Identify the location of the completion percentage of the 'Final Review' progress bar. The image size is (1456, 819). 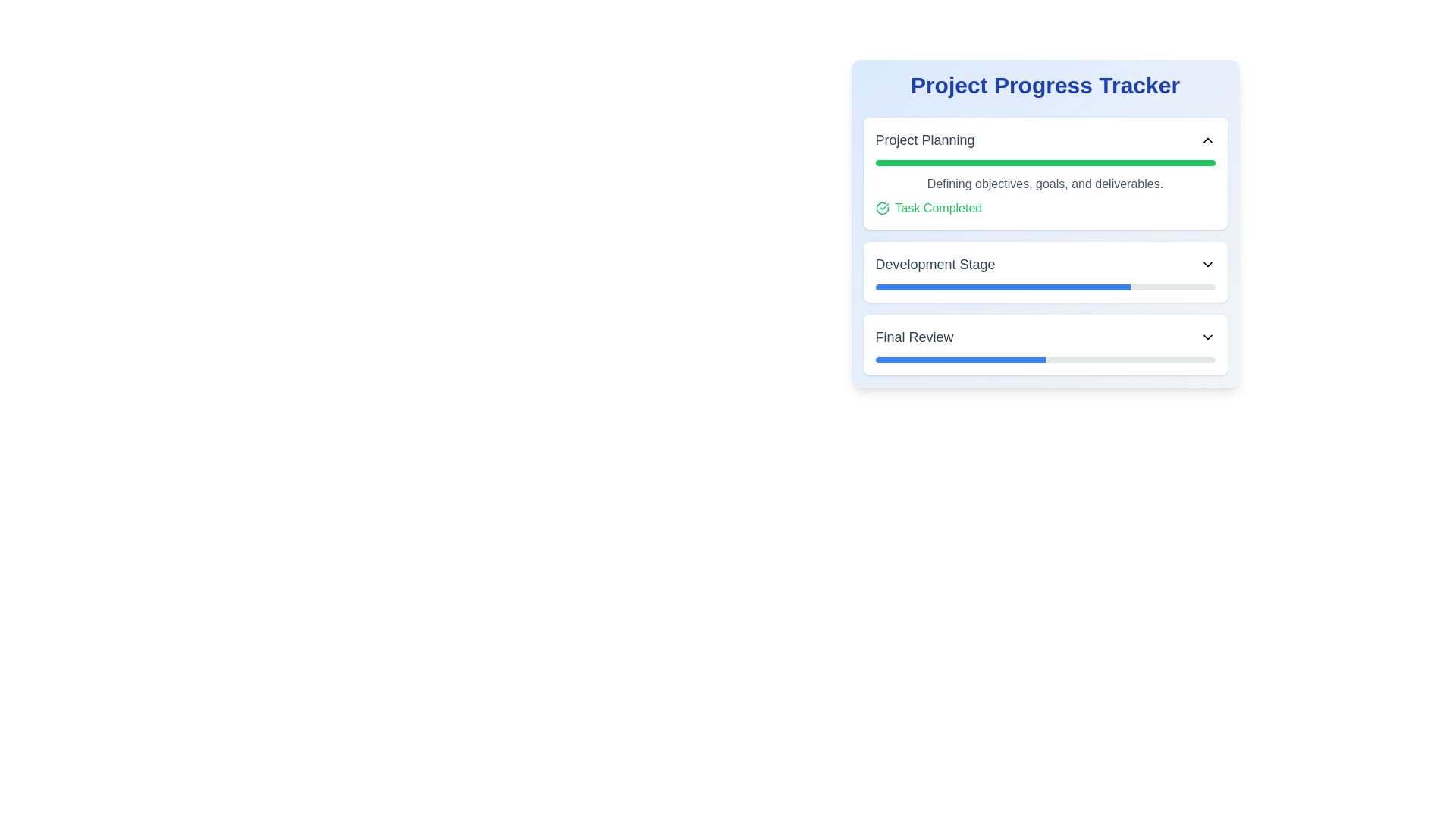
(878, 359).